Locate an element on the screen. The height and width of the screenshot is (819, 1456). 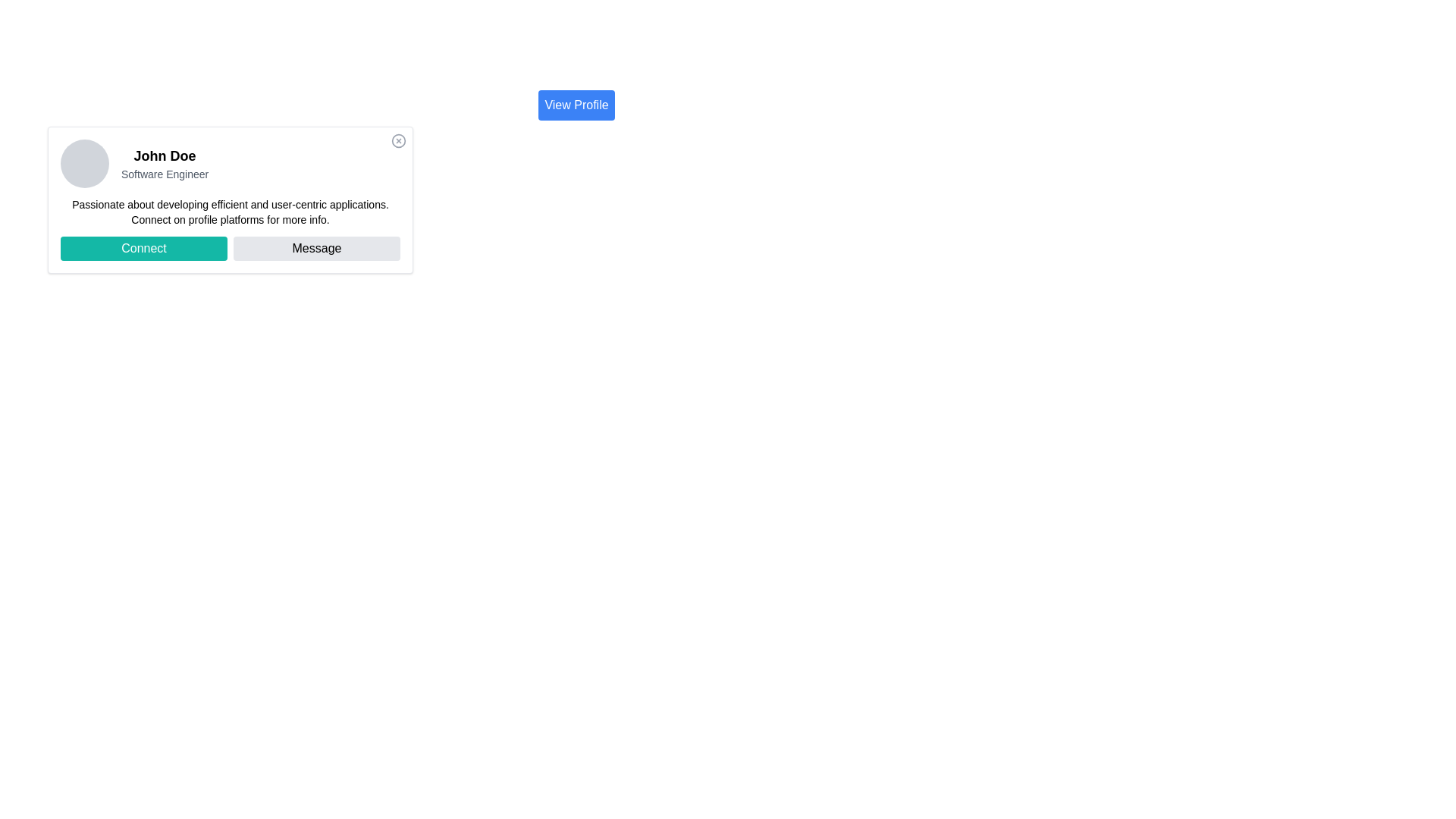
text label displaying 'Software Engineer' in gray font located below 'John Doe' in the profile card is located at coordinates (165, 174).